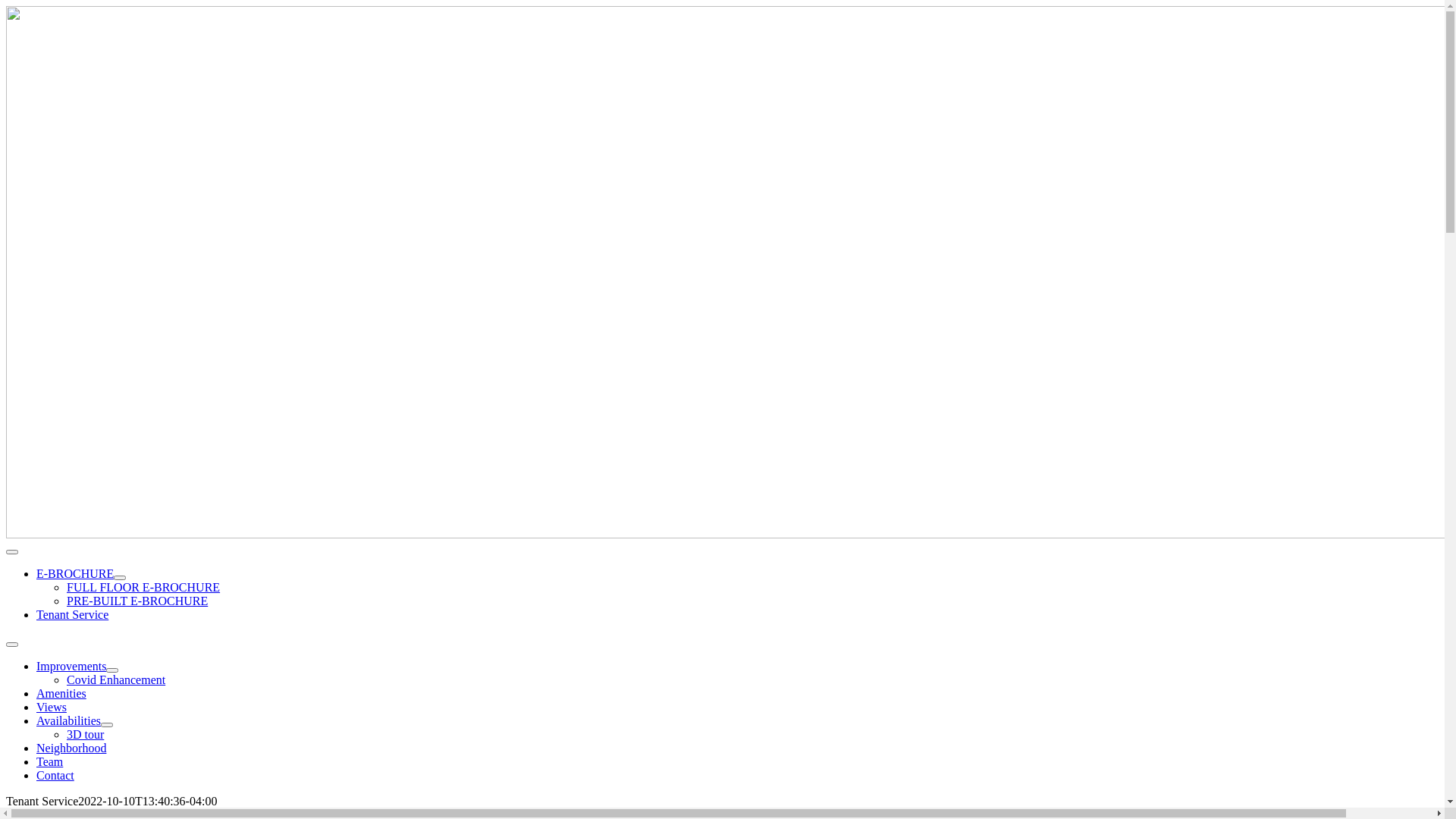  Describe the element at coordinates (61, 693) in the screenshot. I see `'Amenities'` at that location.